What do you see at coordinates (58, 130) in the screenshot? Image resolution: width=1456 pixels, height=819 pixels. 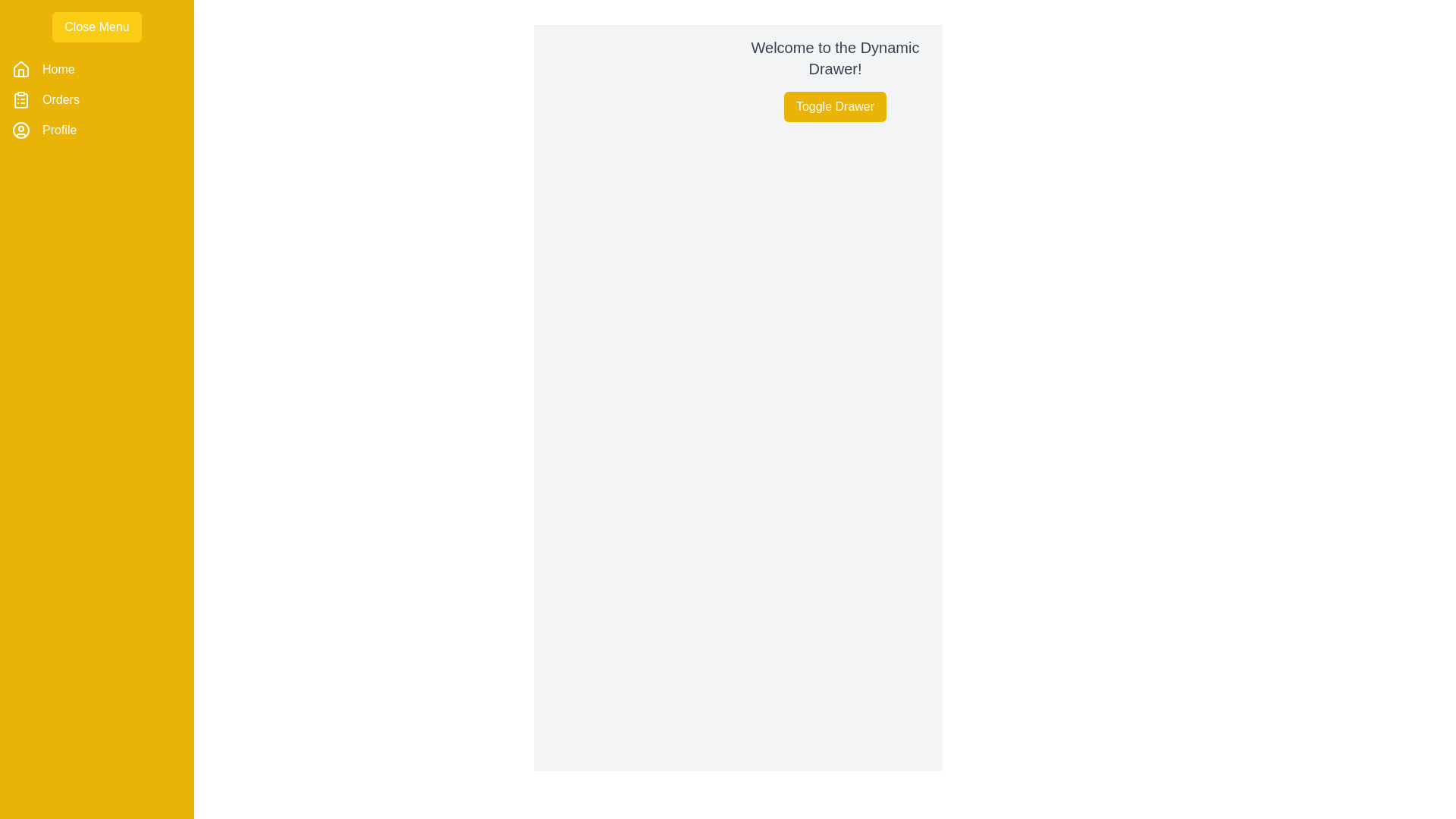 I see `the menu item Profile to navigate` at bounding box center [58, 130].